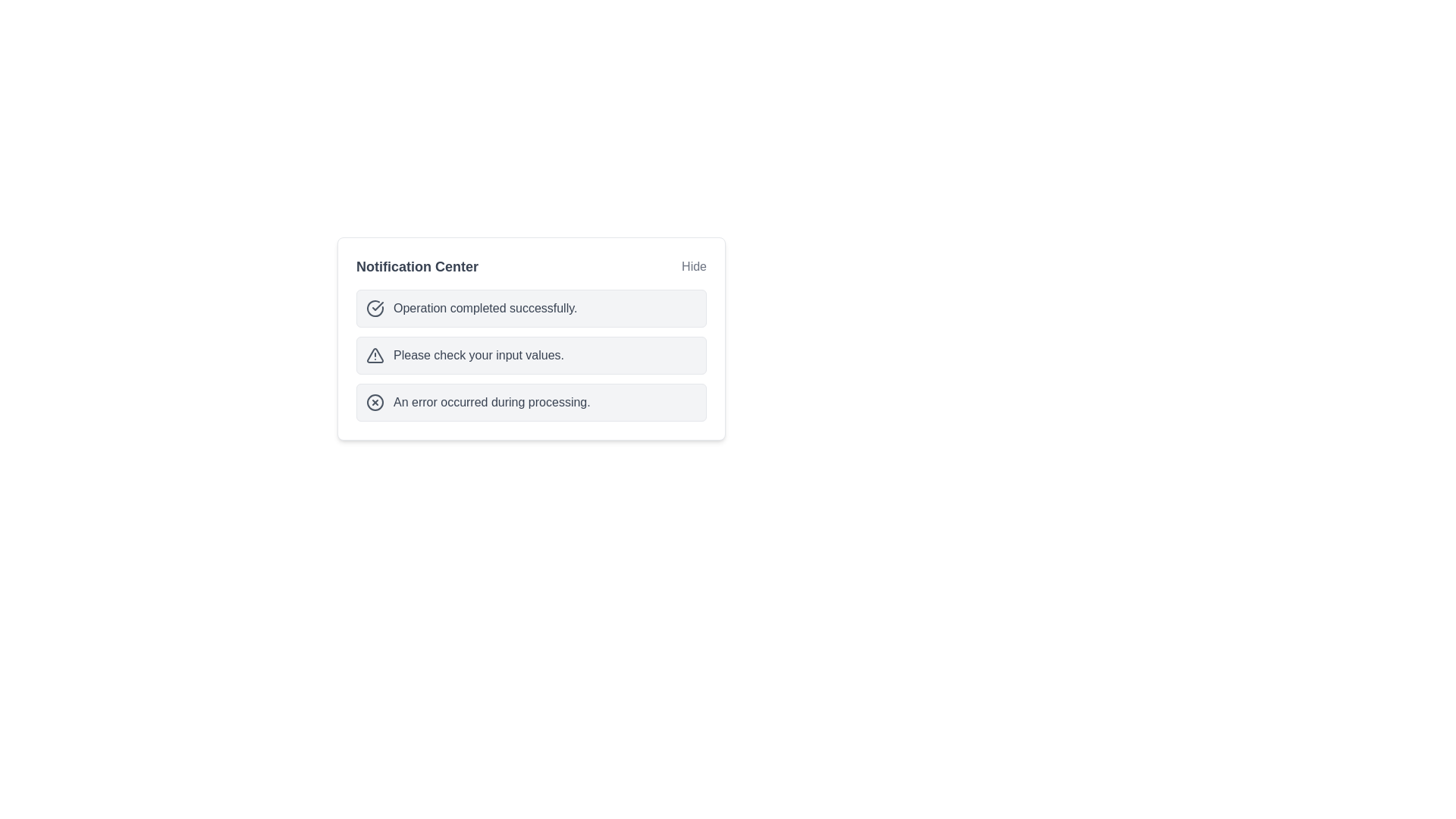 This screenshot has width=1456, height=819. I want to click on the Heading element at the top-left corner of the notification panel to provide visual interaction, so click(417, 265).